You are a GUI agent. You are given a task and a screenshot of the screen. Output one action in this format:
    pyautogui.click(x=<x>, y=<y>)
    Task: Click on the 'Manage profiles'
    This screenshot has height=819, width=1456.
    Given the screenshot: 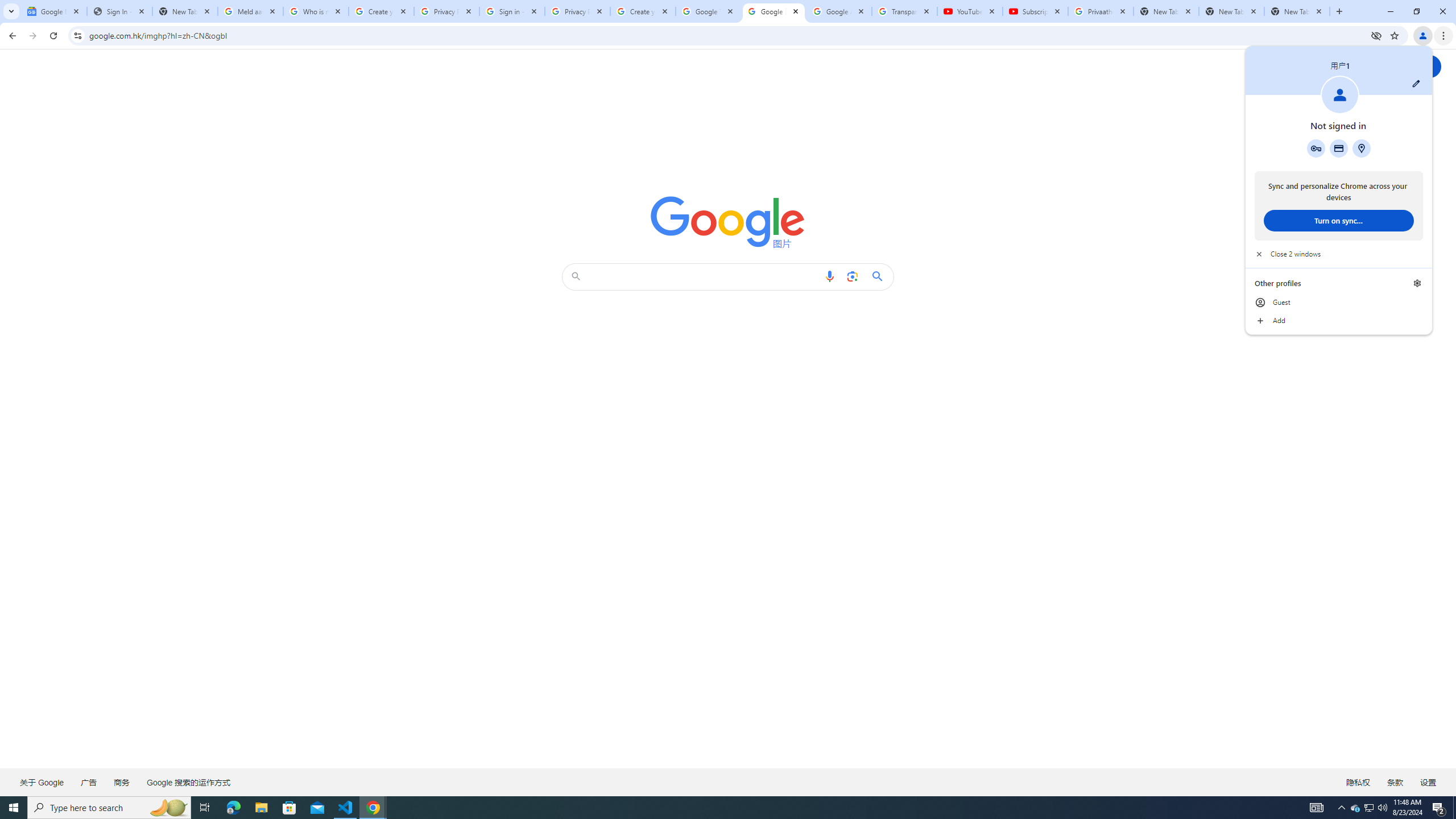 What is the action you would take?
    pyautogui.click(x=1417, y=283)
    